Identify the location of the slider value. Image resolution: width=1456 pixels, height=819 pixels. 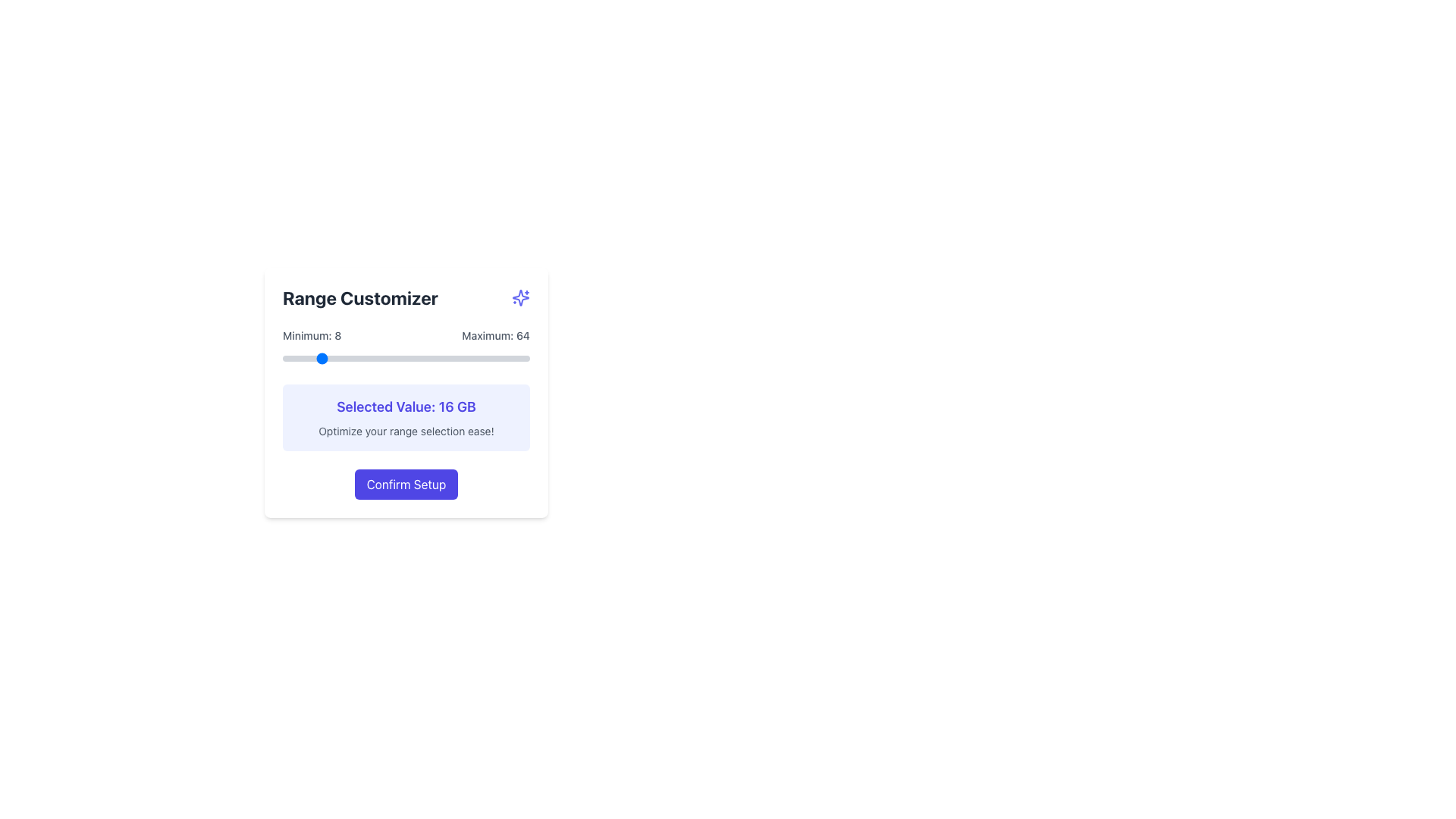
(330, 359).